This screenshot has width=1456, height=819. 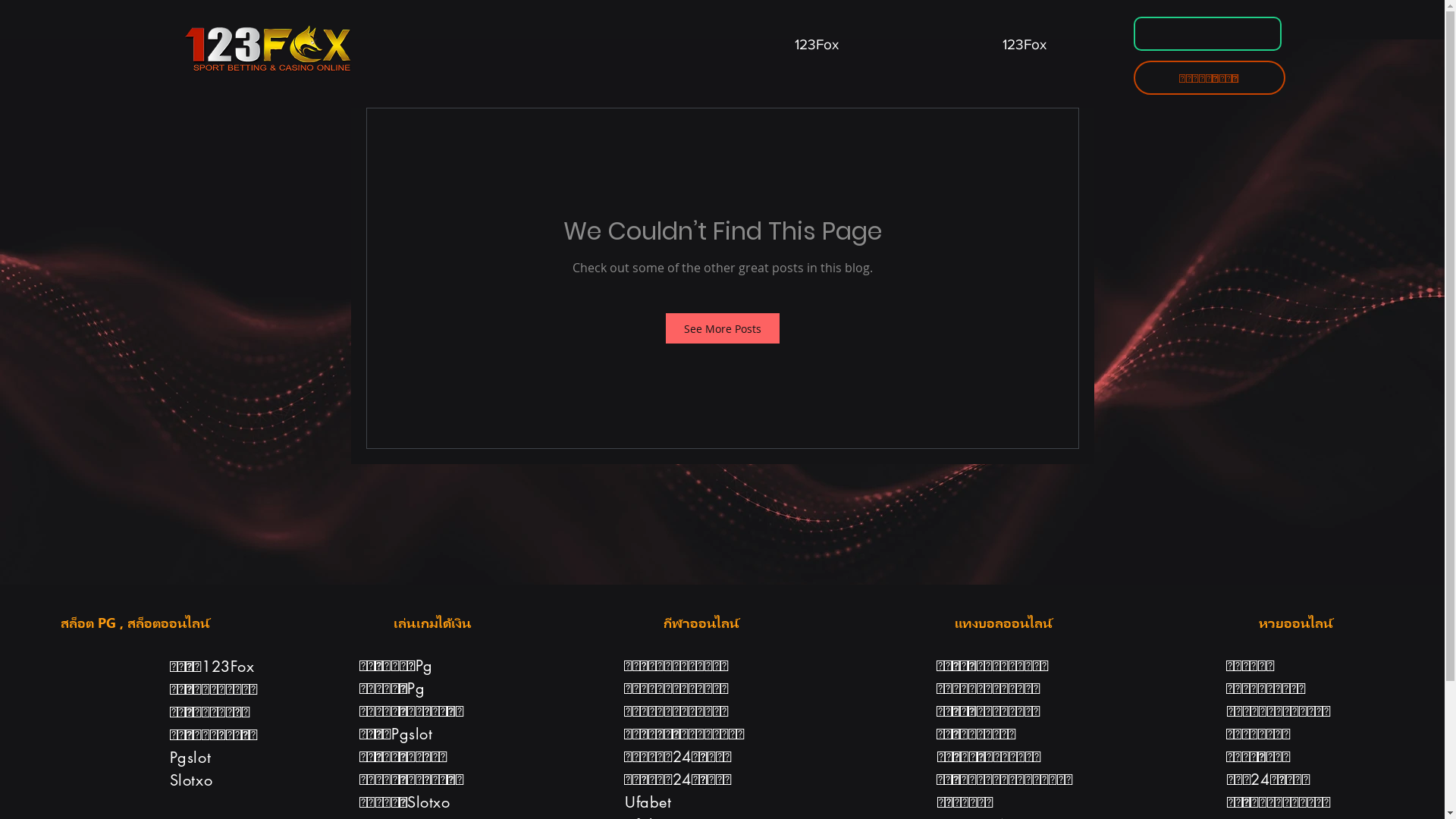 What do you see at coordinates (815, 36) in the screenshot?
I see `'123Fox'` at bounding box center [815, 36].